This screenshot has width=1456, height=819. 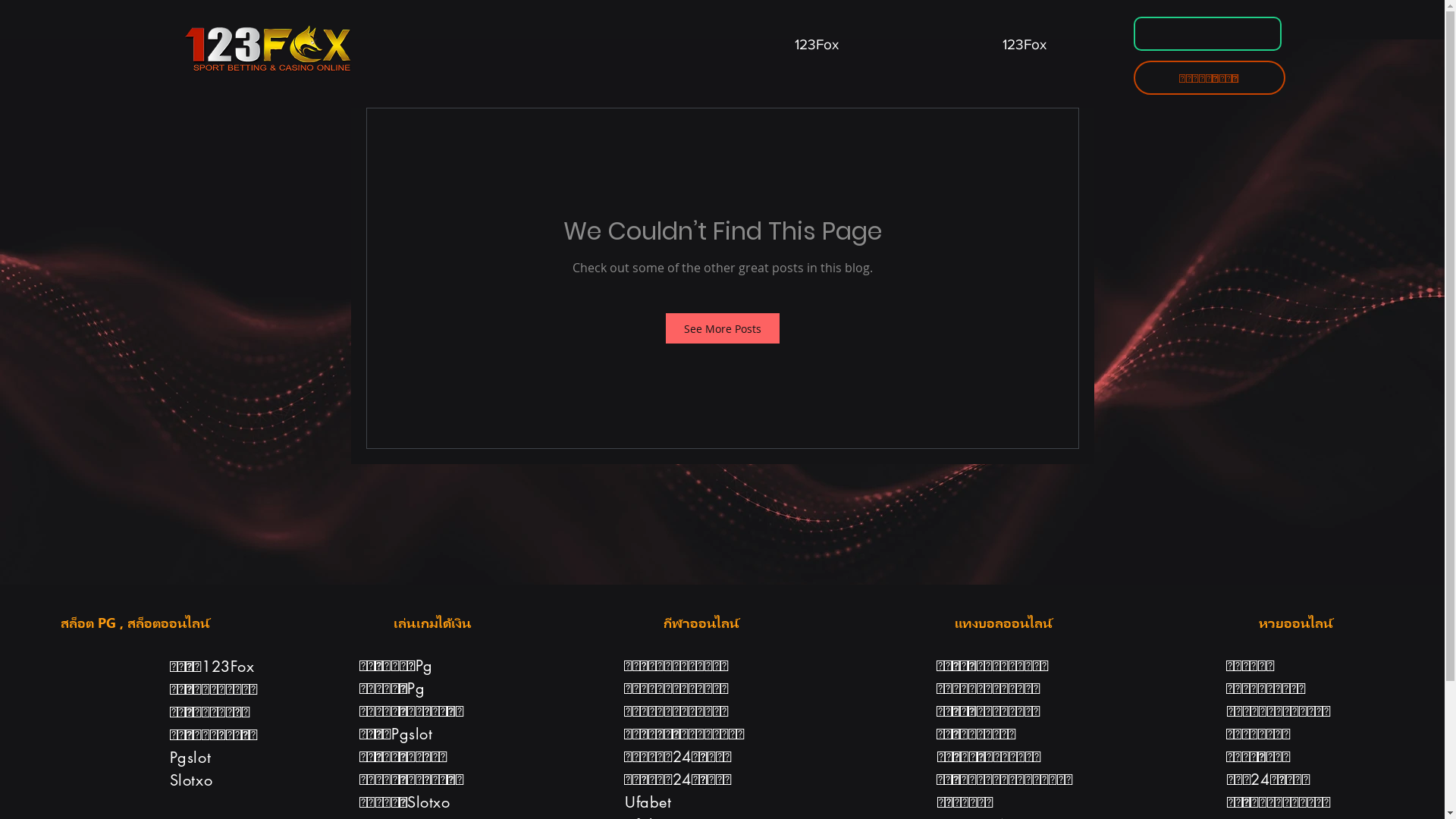 What do you see at coordinates (815, 36) in the screenshot?
I see `'123Fox'` at bounding box center [815, 36].